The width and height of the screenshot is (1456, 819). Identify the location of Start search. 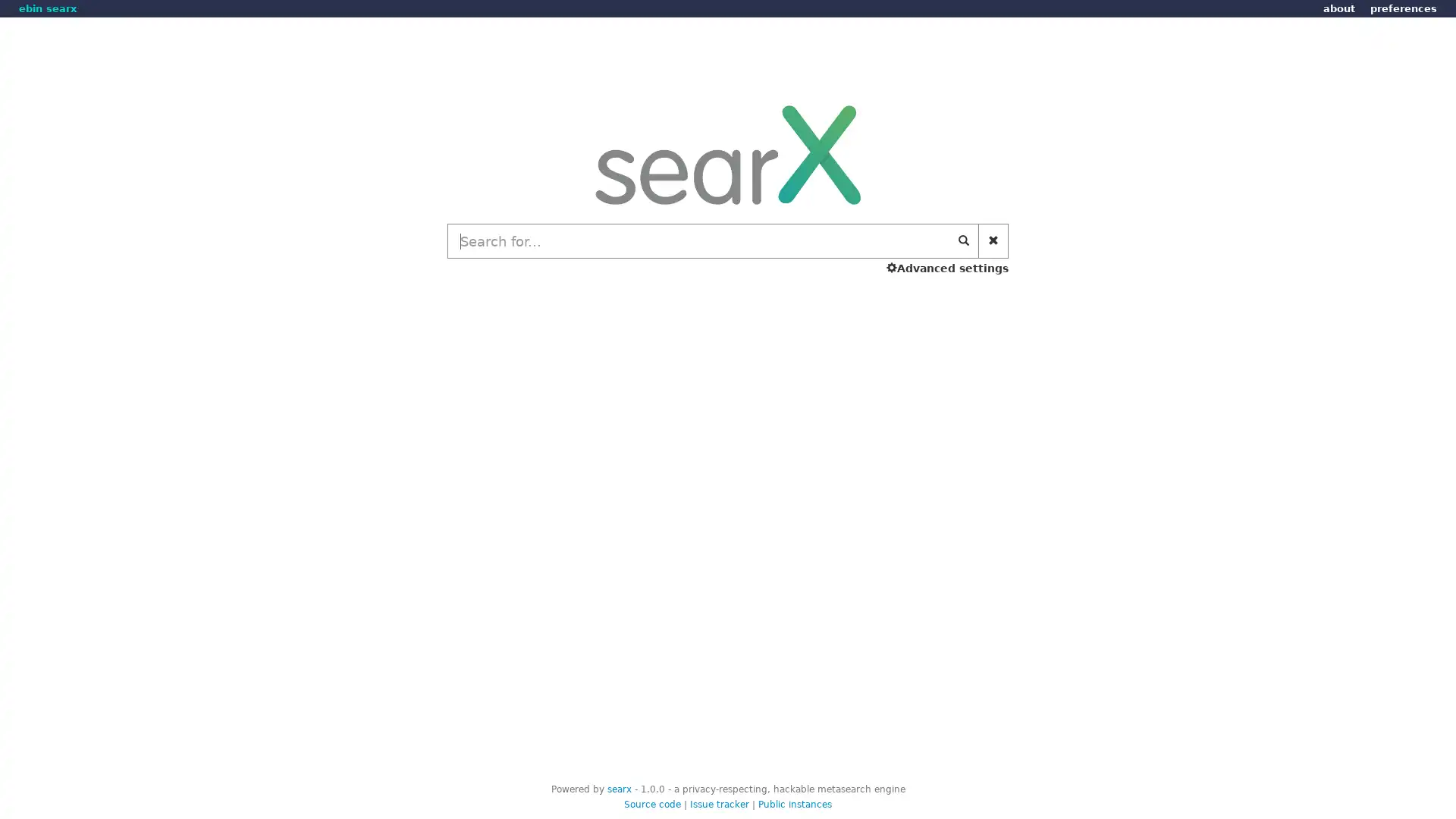
(963, 240).